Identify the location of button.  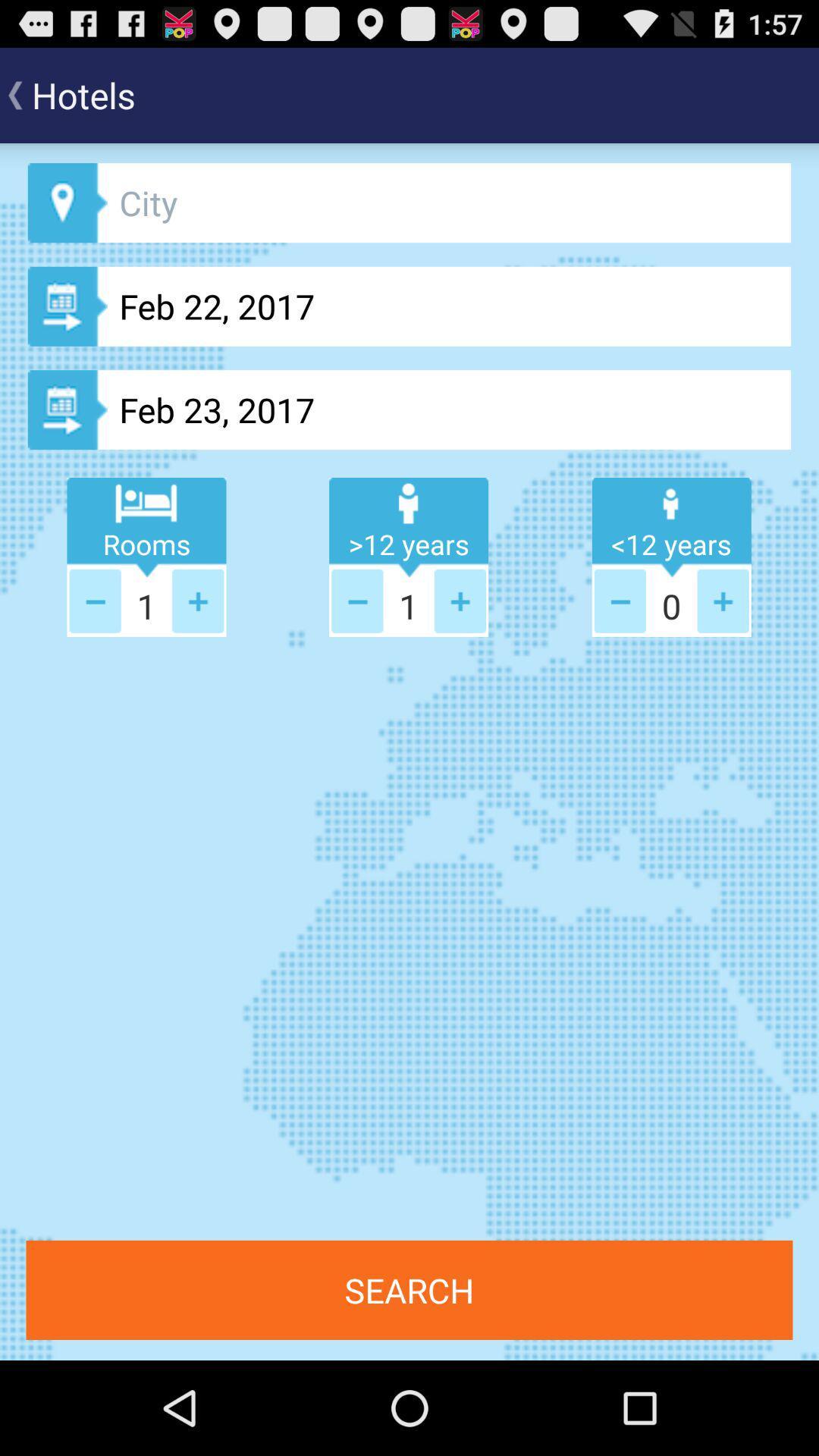
(197, 600).